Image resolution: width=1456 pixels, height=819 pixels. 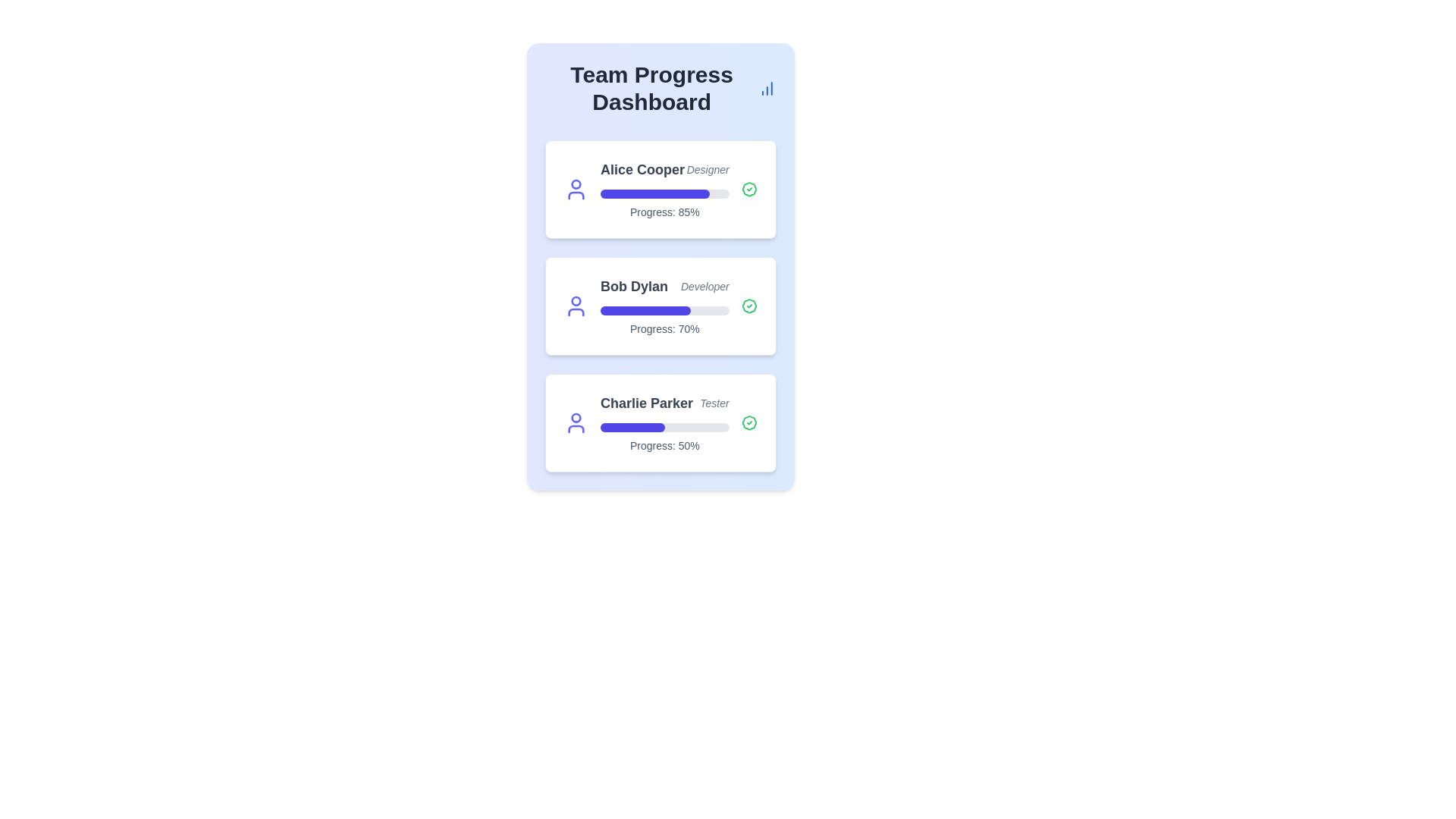 What do you see at coordinates (664, 444) in the screenshot?
I see `the text label that displays the progress percentage for 'Charlie Parker', located at the bottom of the card beneath the progress bar` at bounding box center [664, 444].